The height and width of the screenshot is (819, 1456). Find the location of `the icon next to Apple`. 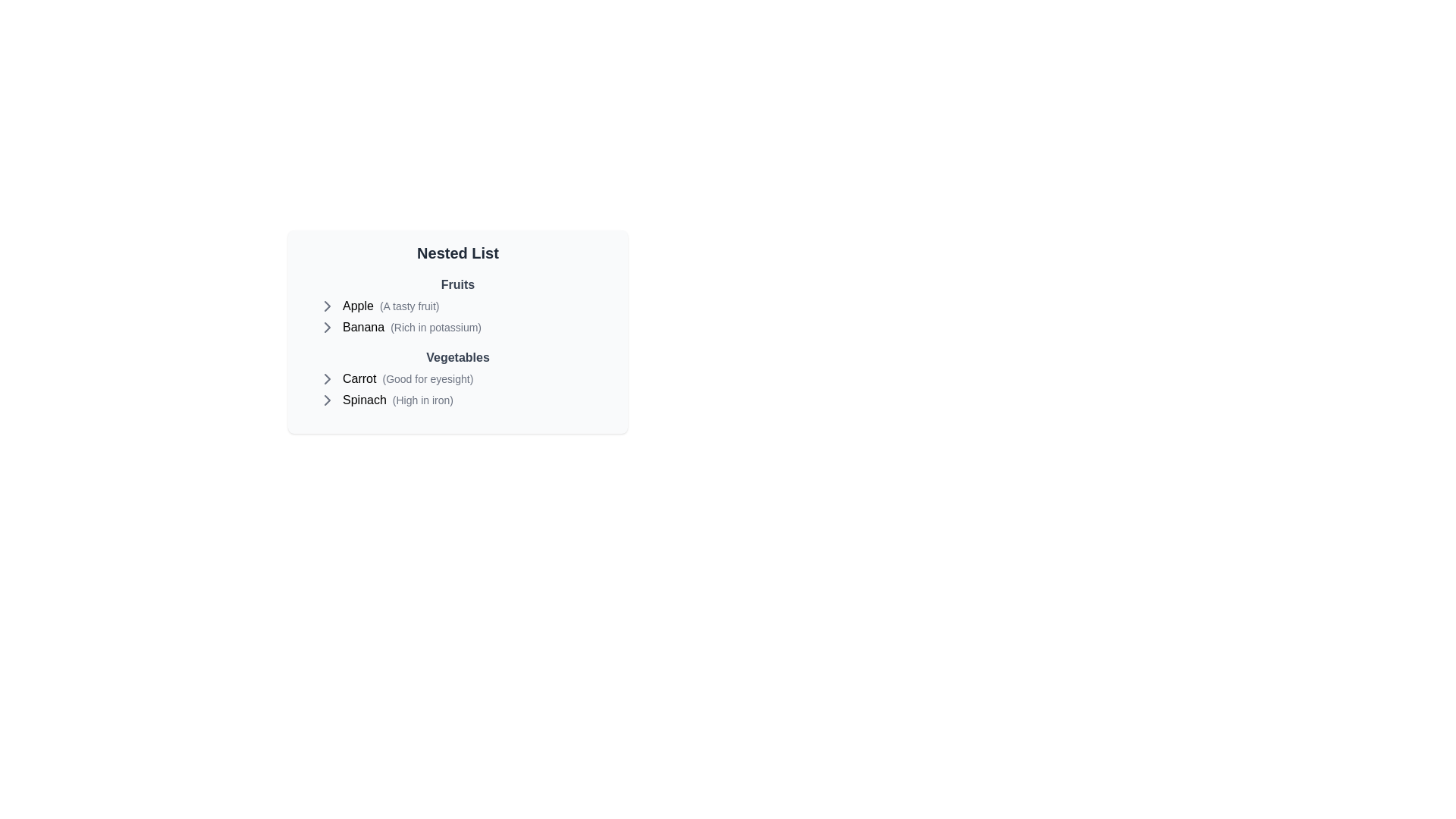

the icon next to Apple is located at coordinates (327, 306).